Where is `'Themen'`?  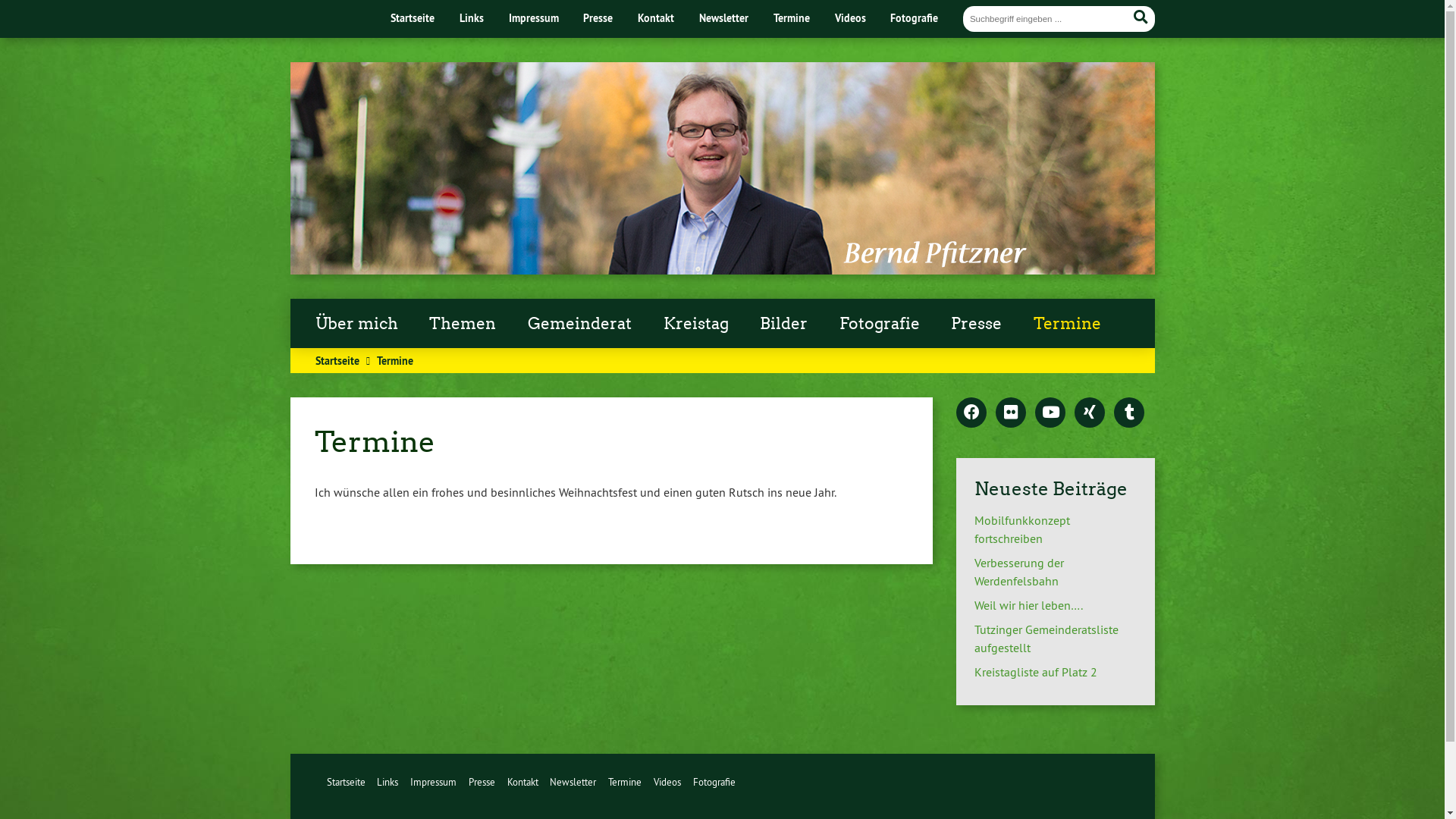
'Themen' is located at coordinates (462, 323).